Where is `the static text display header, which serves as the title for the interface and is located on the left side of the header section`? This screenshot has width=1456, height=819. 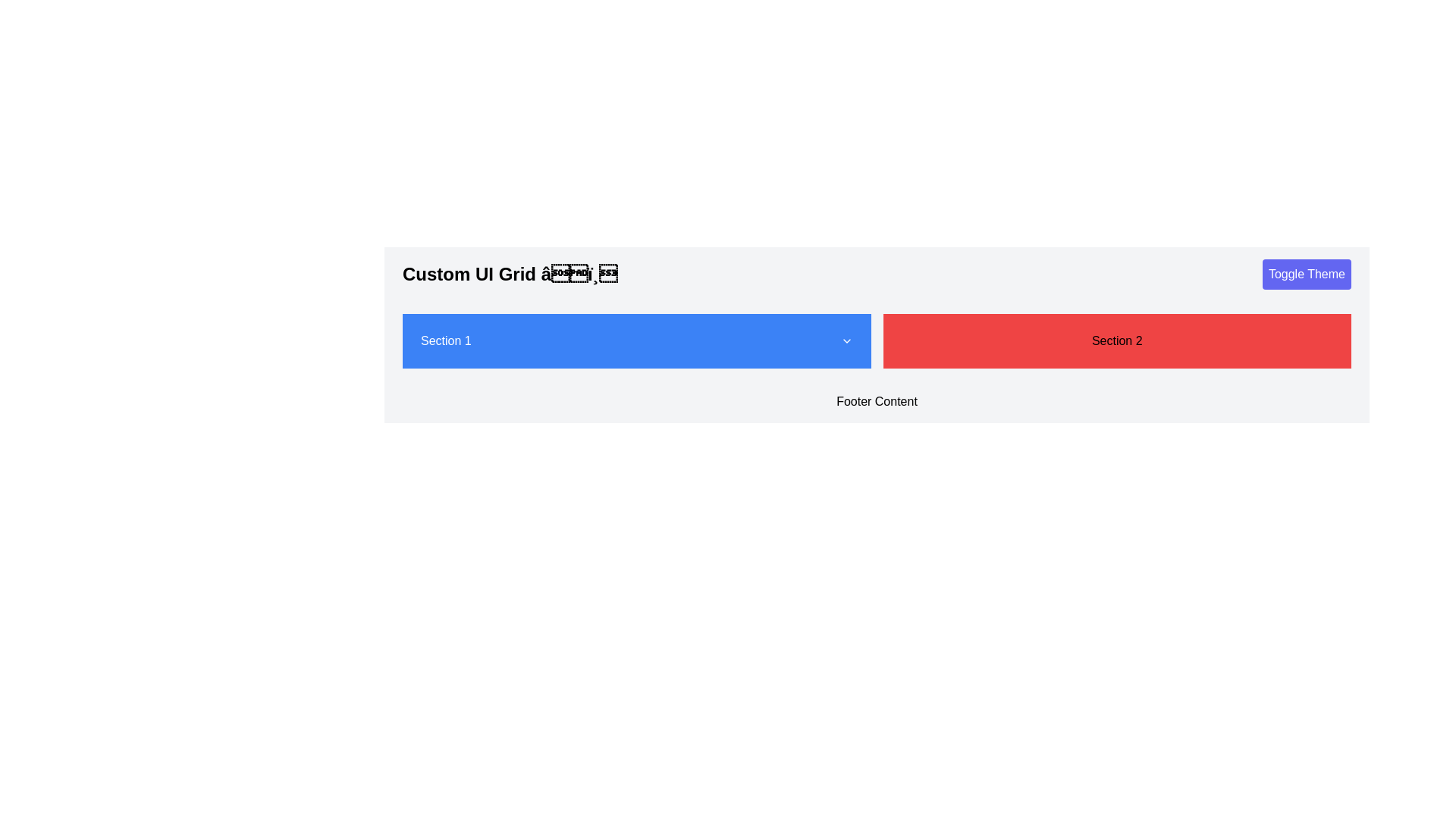 the static text display header, which serves as the title for the interface and is located on the left side of the header section is located at coordinates (510, 275).